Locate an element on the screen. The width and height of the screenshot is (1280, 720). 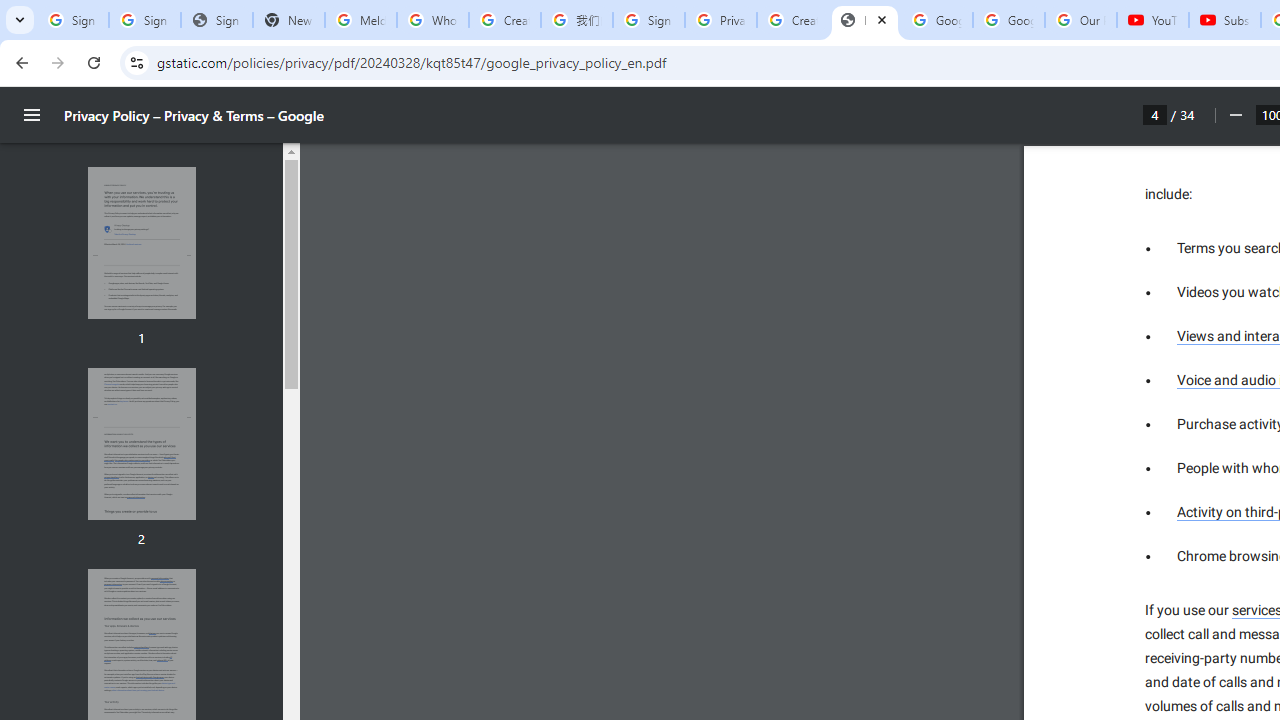
'Close' is located at coordinates (880, 19).